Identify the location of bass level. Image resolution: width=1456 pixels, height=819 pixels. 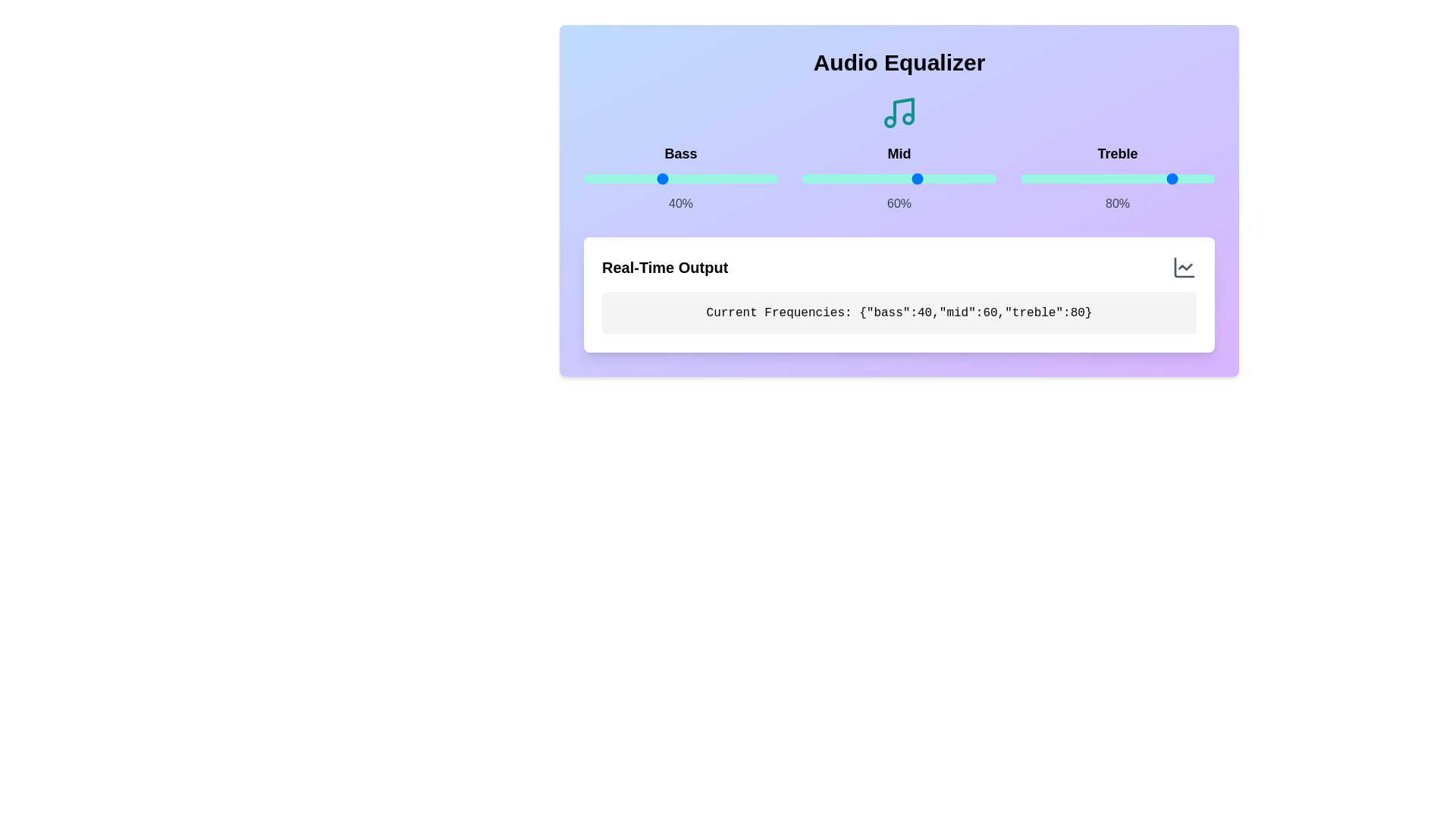
(651, 177).